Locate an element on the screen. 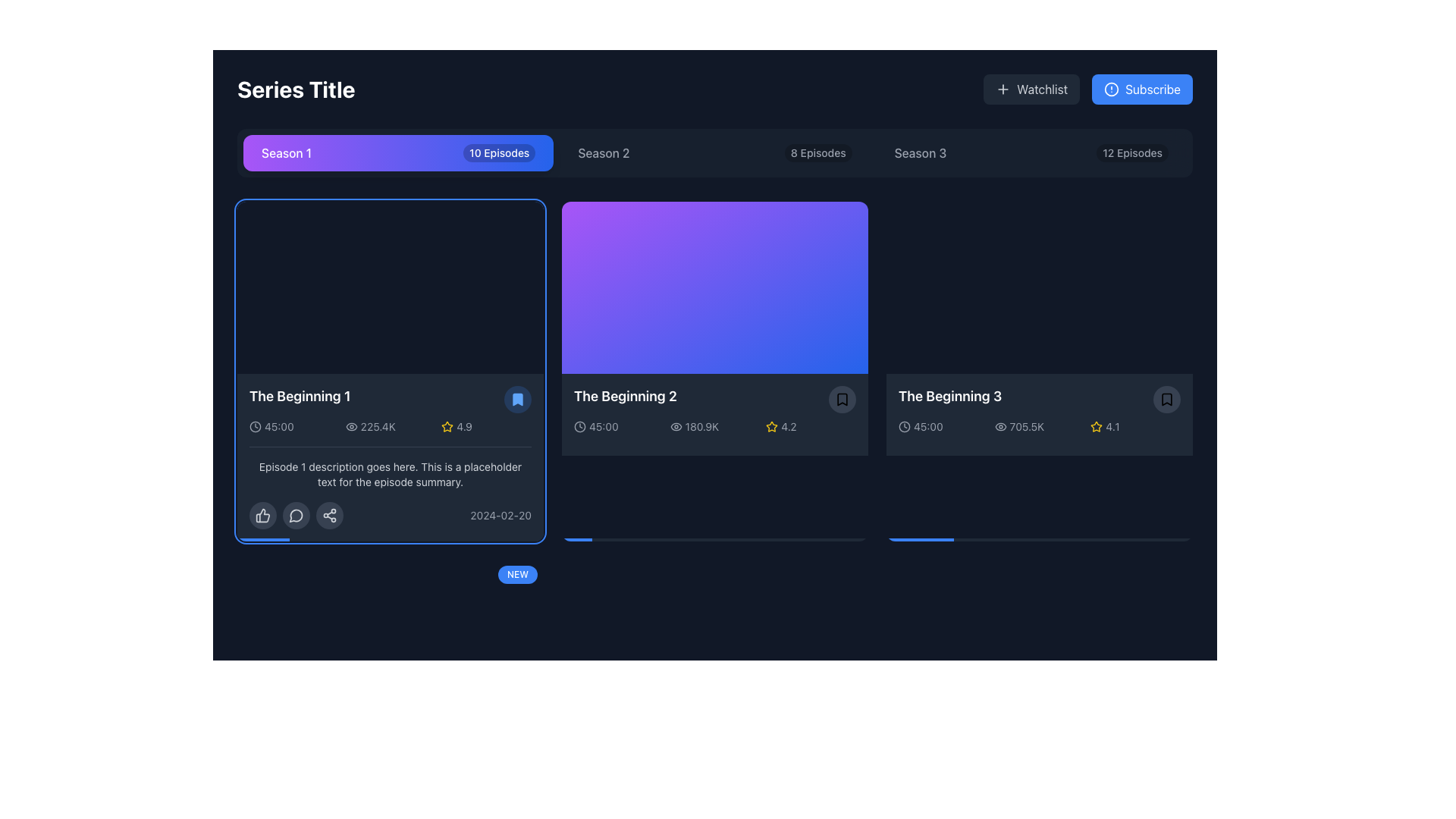 This screenshot has height=819, width=1456. the 'Season 2' button in the series navigation bar is located at coordinates (714, 152).